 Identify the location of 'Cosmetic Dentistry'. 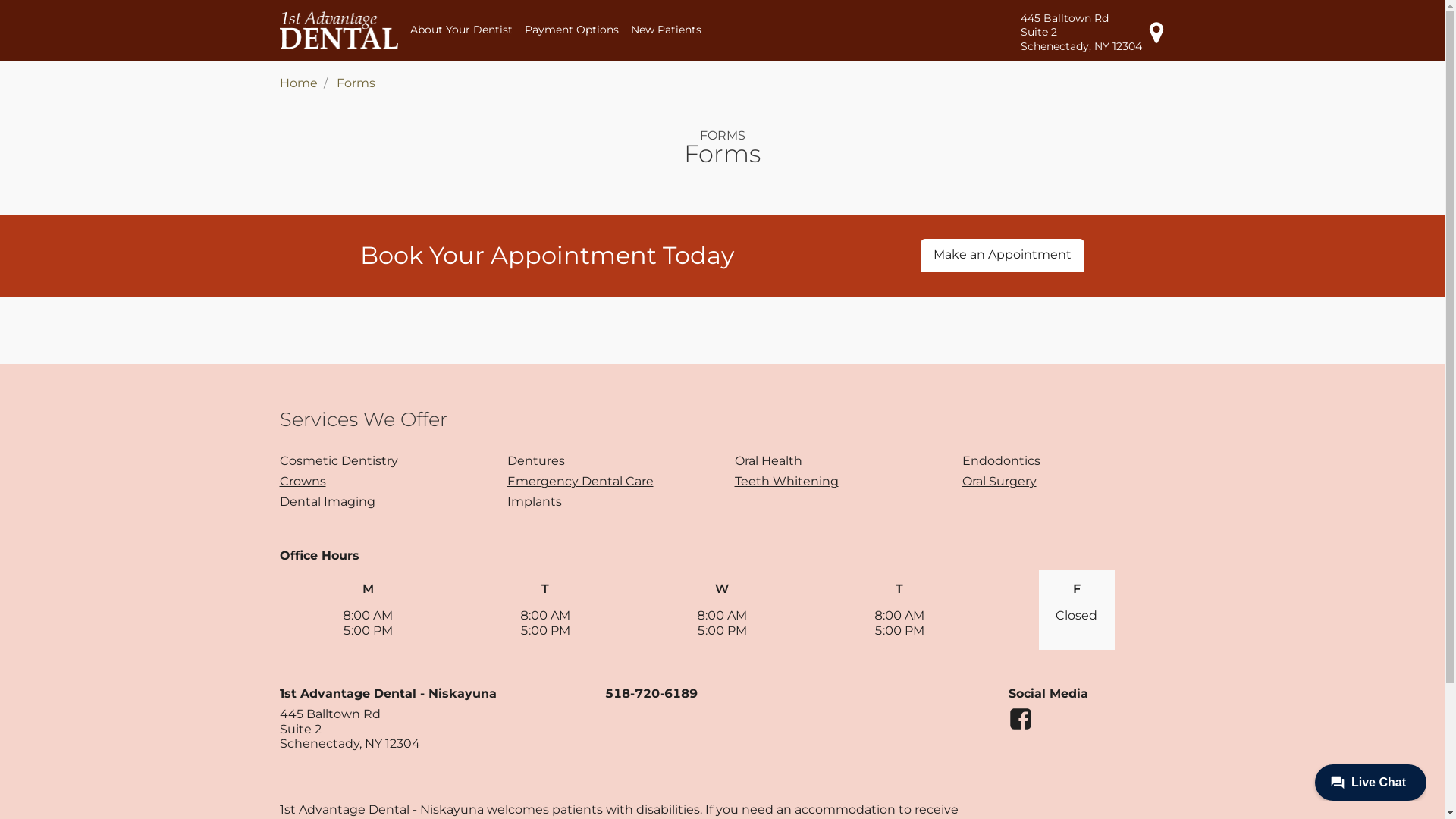
(337, 460).